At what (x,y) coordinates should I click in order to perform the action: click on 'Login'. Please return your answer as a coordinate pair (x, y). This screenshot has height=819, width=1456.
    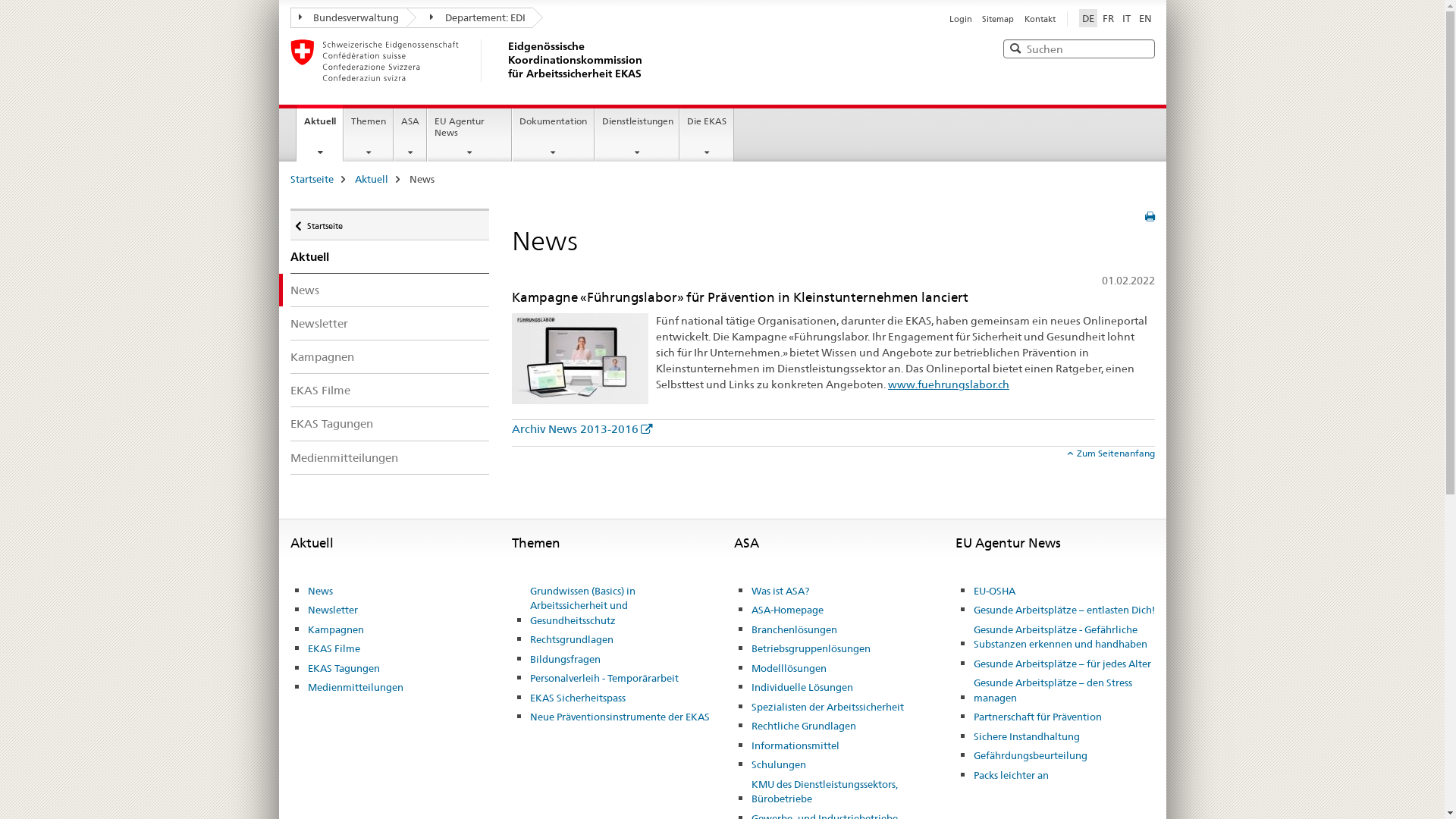
    Looking at the image, I should click on (960, 18).